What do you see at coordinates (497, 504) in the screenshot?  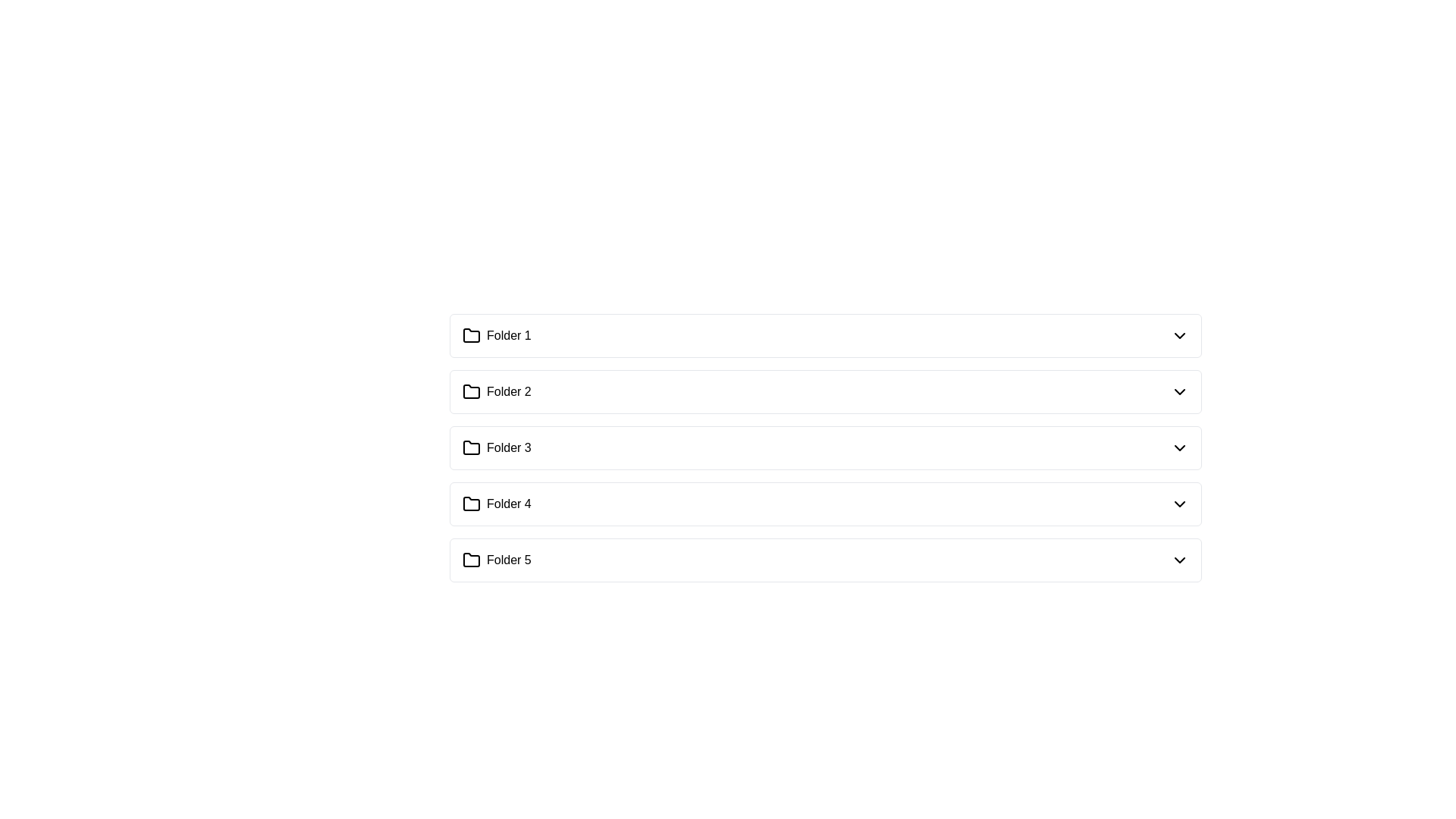 I see `the fourth list item corresponding to 'Folder 4'` at bounding box center [497, 504].